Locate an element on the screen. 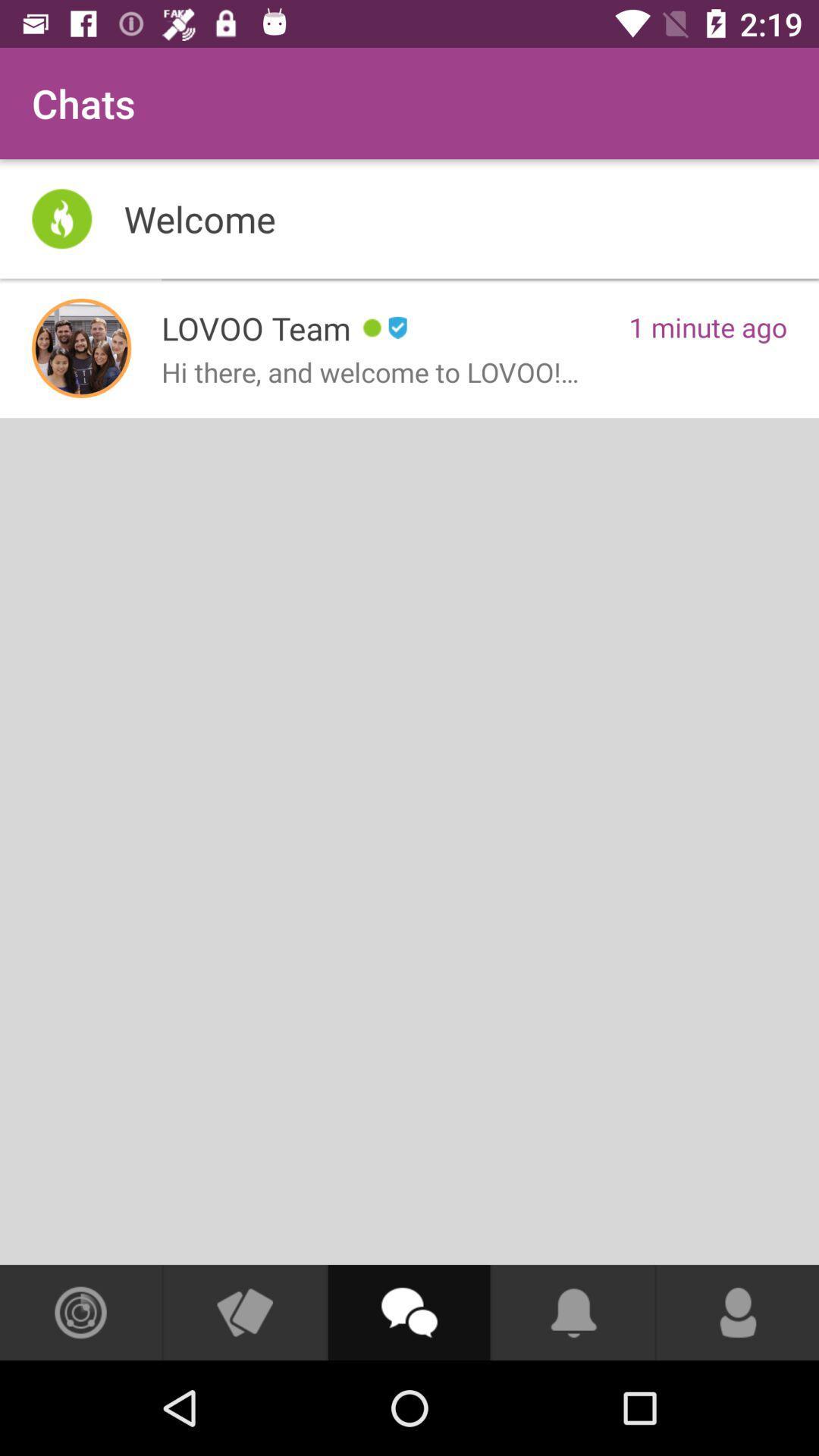 This screenshot has width=819, height=1456. open your profile is located at coordinates (737, 1312).